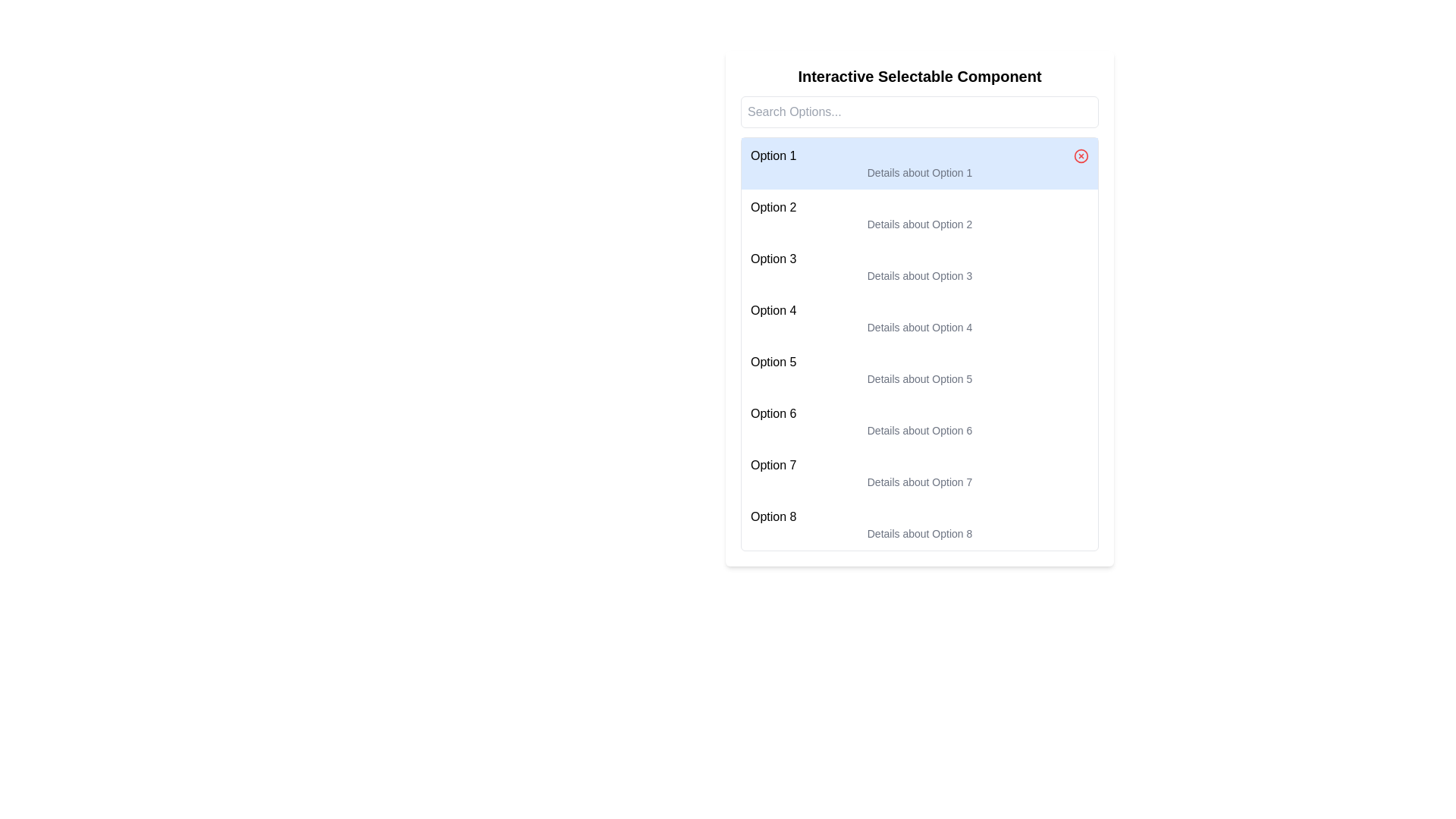 The height and width of the screenshot is (819, 1456). Describe the element at coordinates (919, 224) in the screenshot. I see `the text label that provides additional context for 'Option 2', located directly below the 'Option 2' entry in the selectable list` at that location.